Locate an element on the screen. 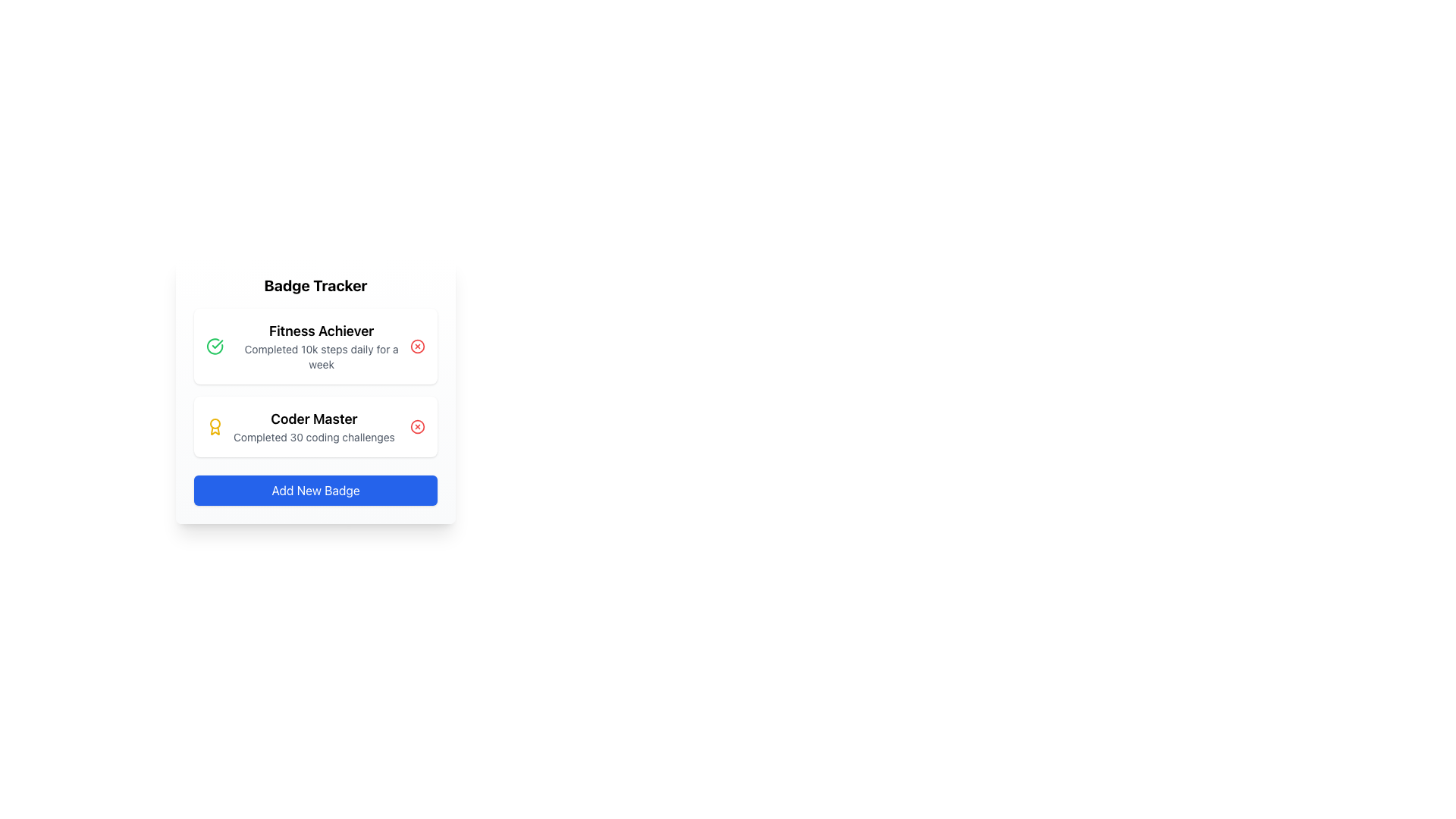 The height and width of the screenshot is (819, 1456). the green circular checkmark icon located at the top-left corner of the 'Fitness Achiever' badge description in the 'Badge Tracker' component, which is positioned left of the text 'Fitness Achiever' is located at coordinates (214, 346).